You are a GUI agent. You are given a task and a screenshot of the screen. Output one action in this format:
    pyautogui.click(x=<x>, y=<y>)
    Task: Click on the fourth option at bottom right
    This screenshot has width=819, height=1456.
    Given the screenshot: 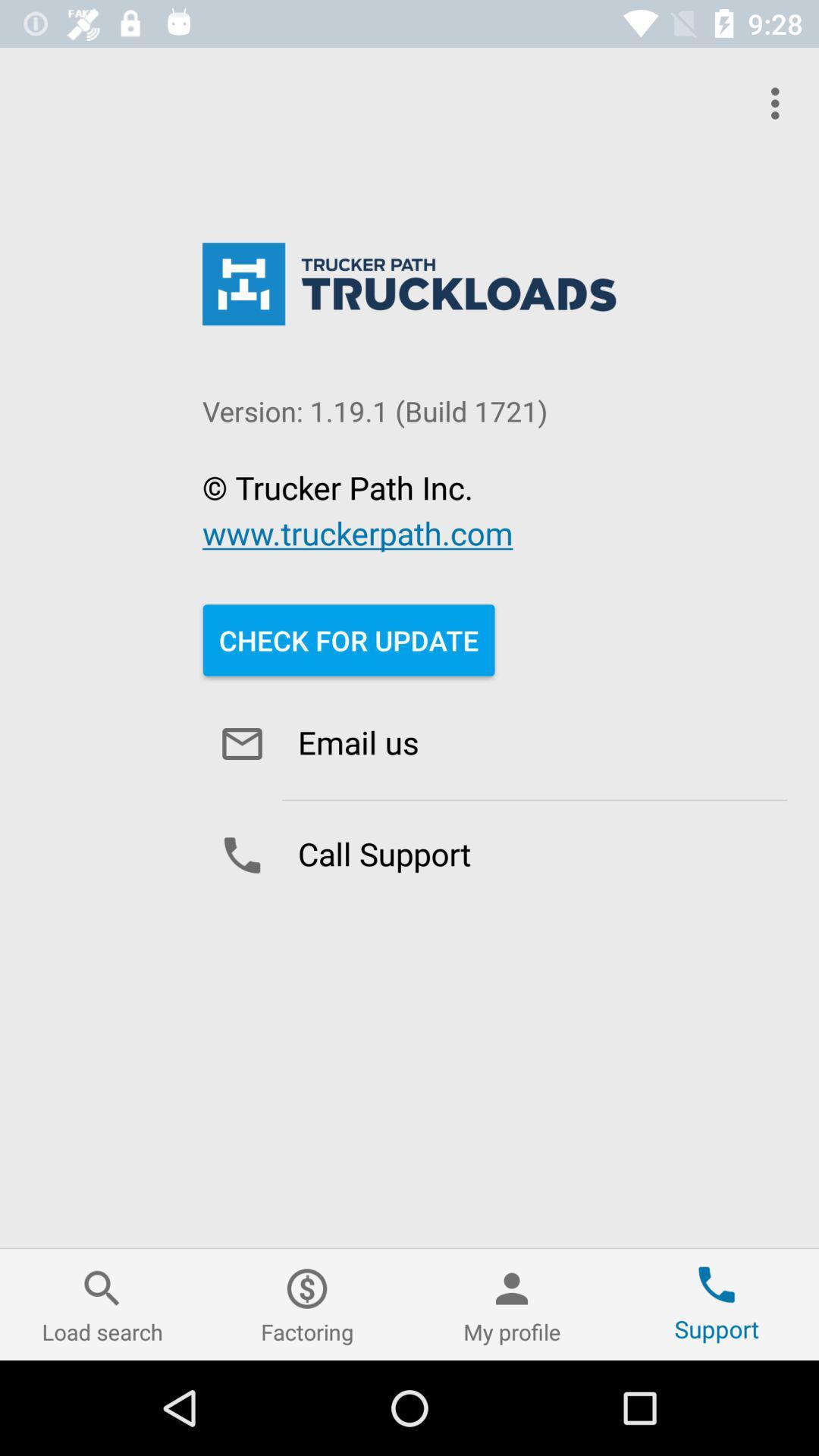 What is the action you would take?
    pyautogui.click(x=717, y=1304)
    